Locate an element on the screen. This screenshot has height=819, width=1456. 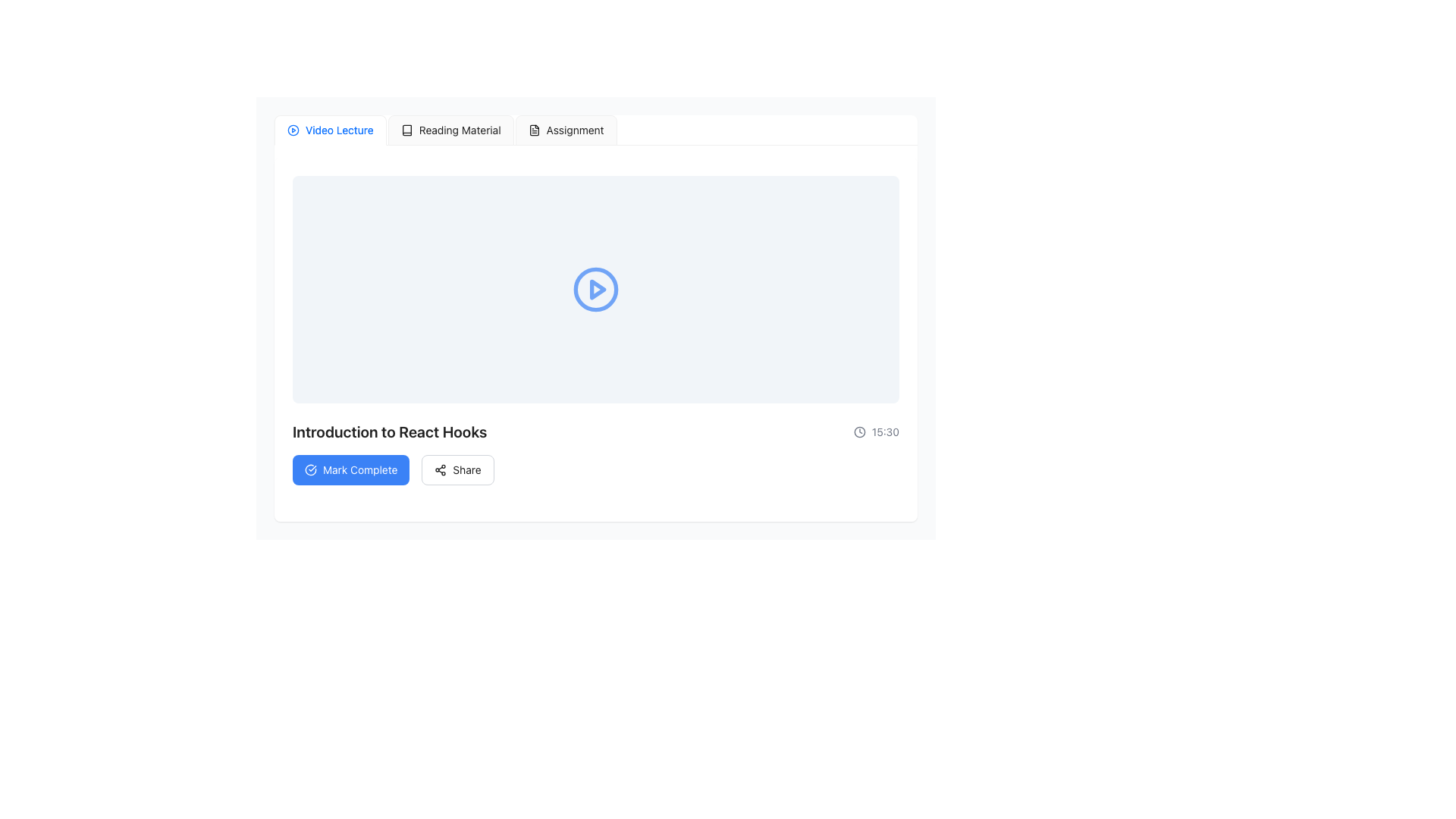
time text displayed next to the clock icon, which shows '15:30' is located at coordinates (877, 432).